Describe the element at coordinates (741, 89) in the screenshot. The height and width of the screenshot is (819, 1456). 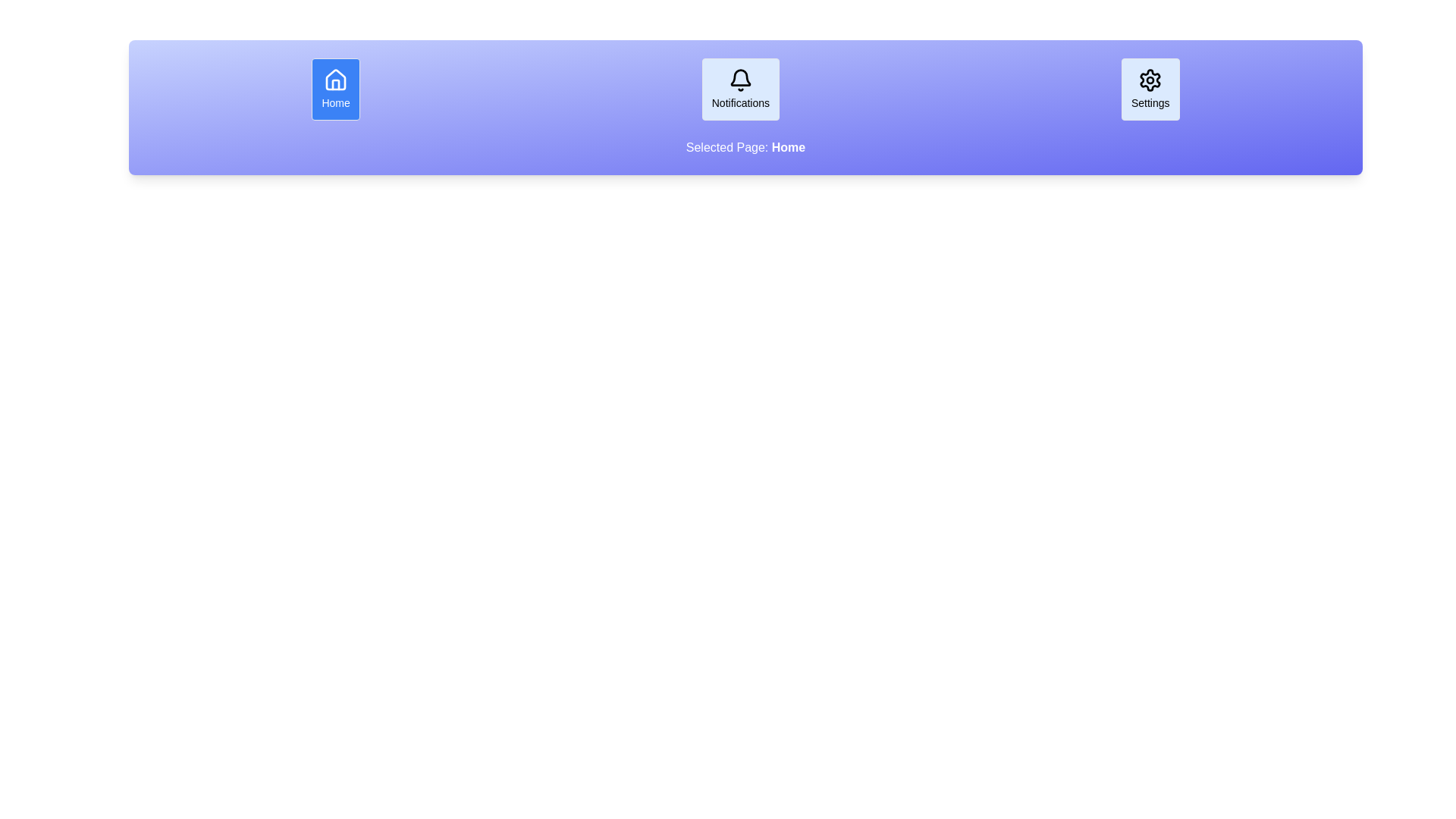
I see `the Notifications button to observe its hover effect` at that location.